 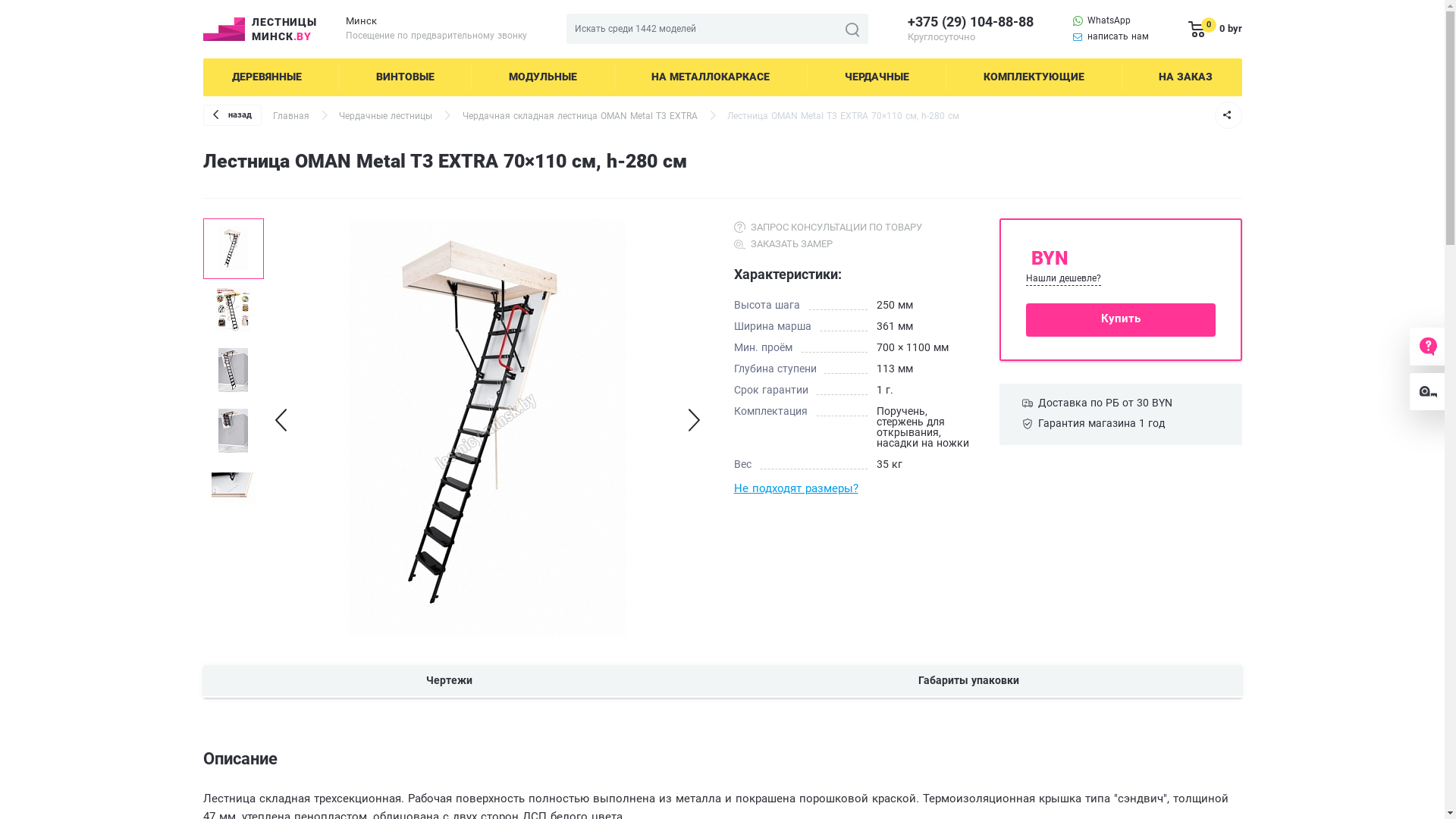 What do you see at coordinates (1215, 29) in the screenshot?
I see `'0` at bounding box center [1215, 29].